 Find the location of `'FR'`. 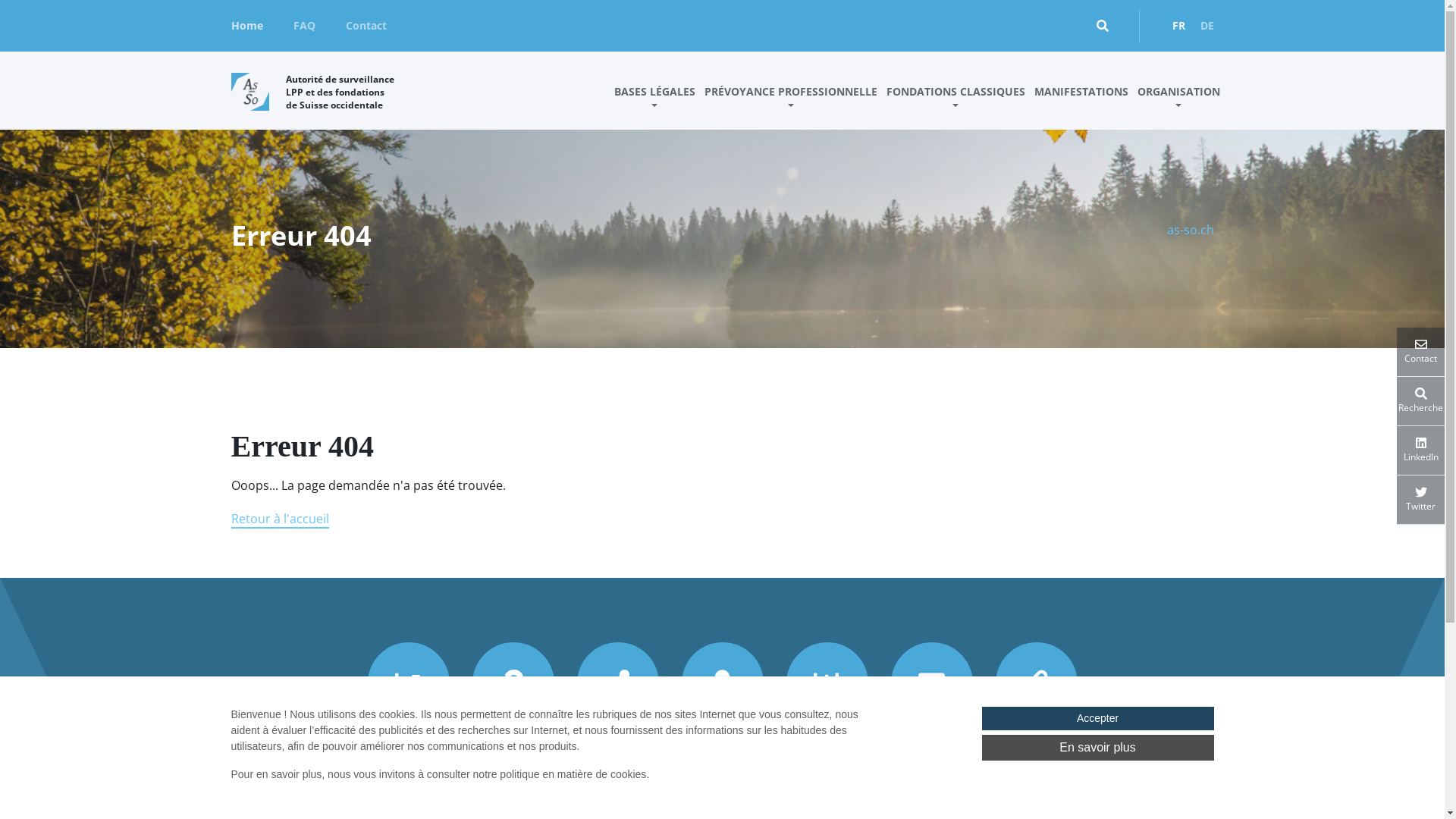

'FR' is located at coordinates (1178, 26).